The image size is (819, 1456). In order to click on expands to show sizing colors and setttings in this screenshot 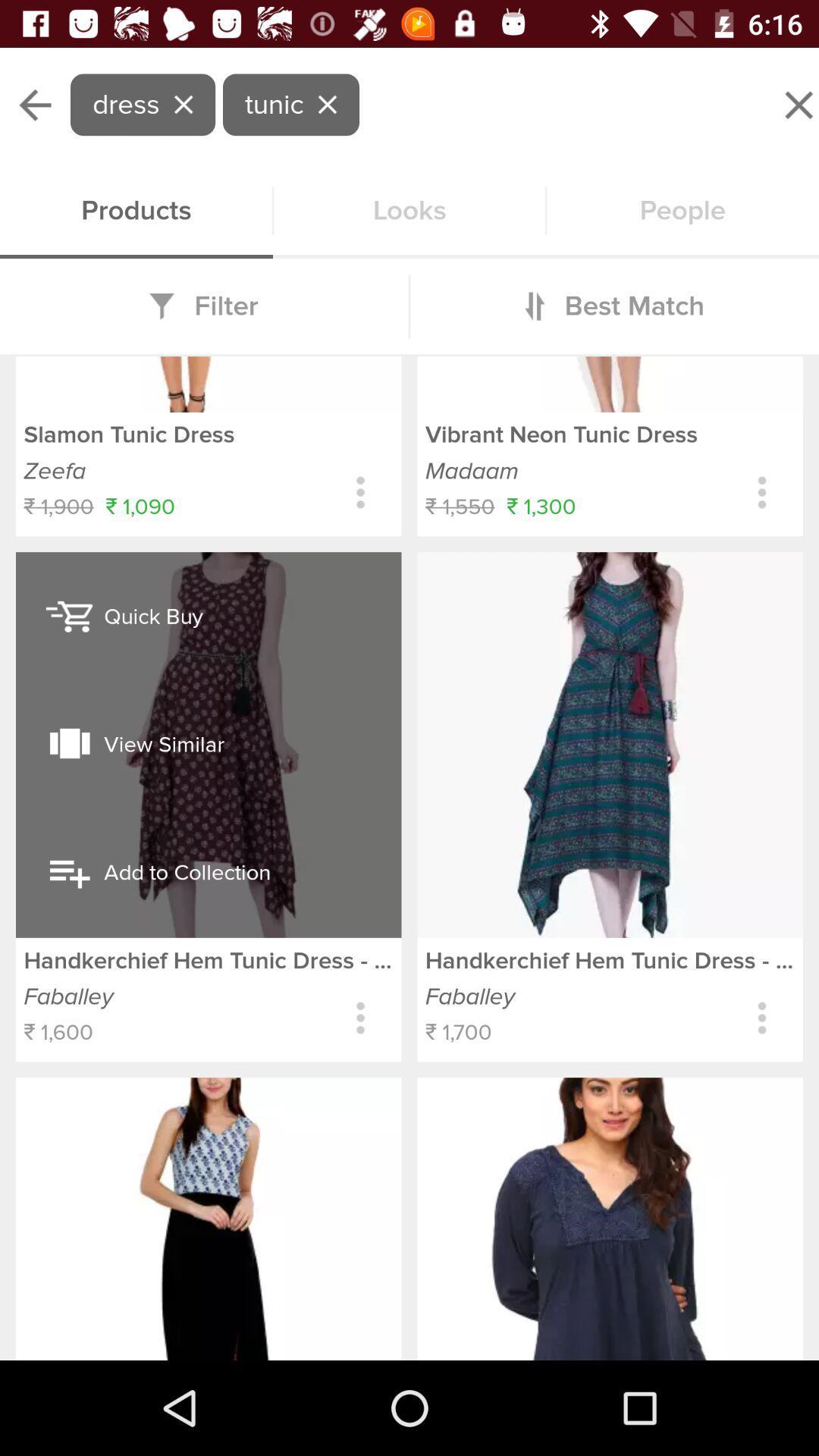, I will do `click(360, 492)`.